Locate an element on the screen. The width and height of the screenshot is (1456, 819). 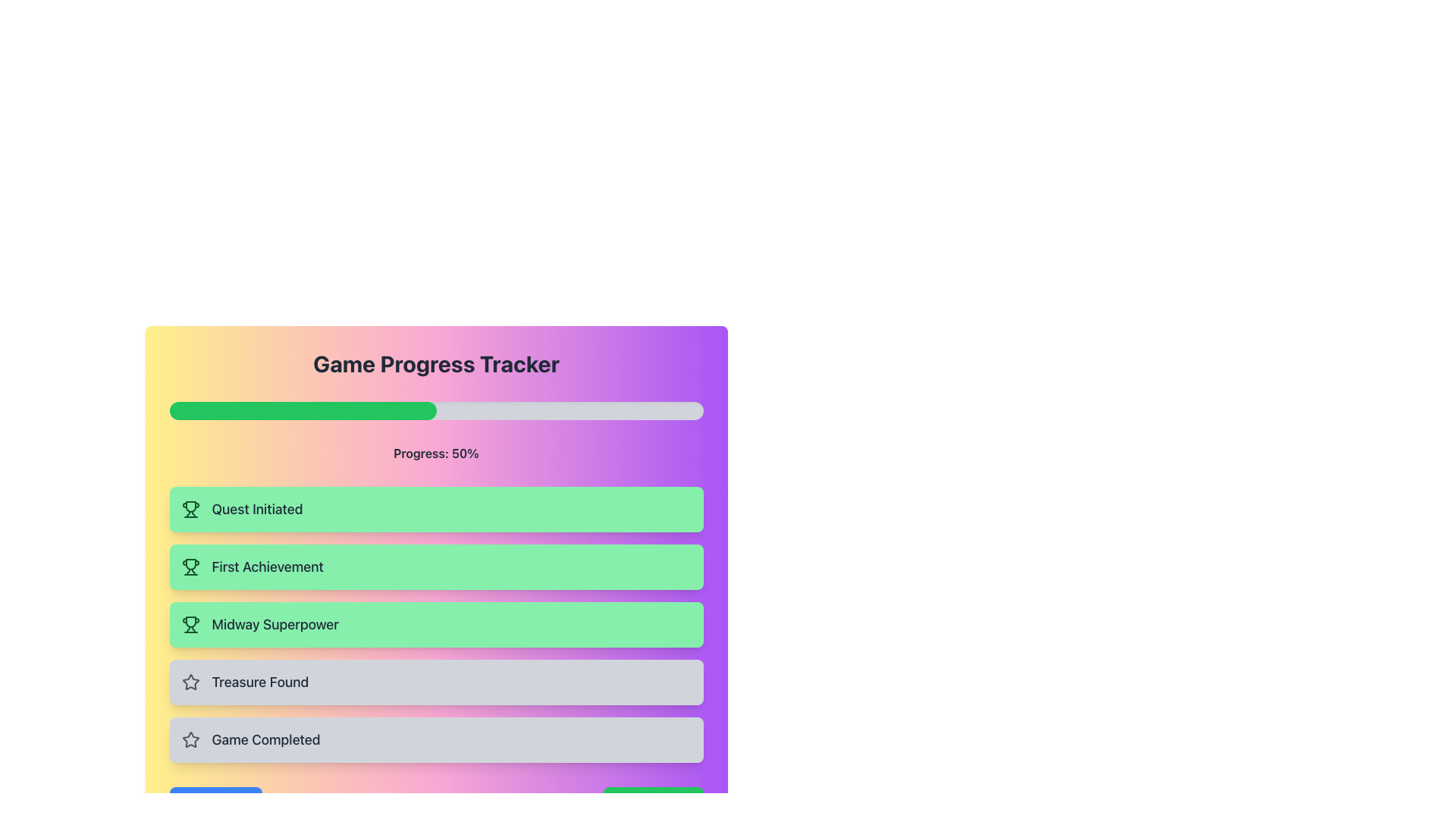
the text label 'Advance' within the green button for accessibility purposes is located at coordinates (666, 801).